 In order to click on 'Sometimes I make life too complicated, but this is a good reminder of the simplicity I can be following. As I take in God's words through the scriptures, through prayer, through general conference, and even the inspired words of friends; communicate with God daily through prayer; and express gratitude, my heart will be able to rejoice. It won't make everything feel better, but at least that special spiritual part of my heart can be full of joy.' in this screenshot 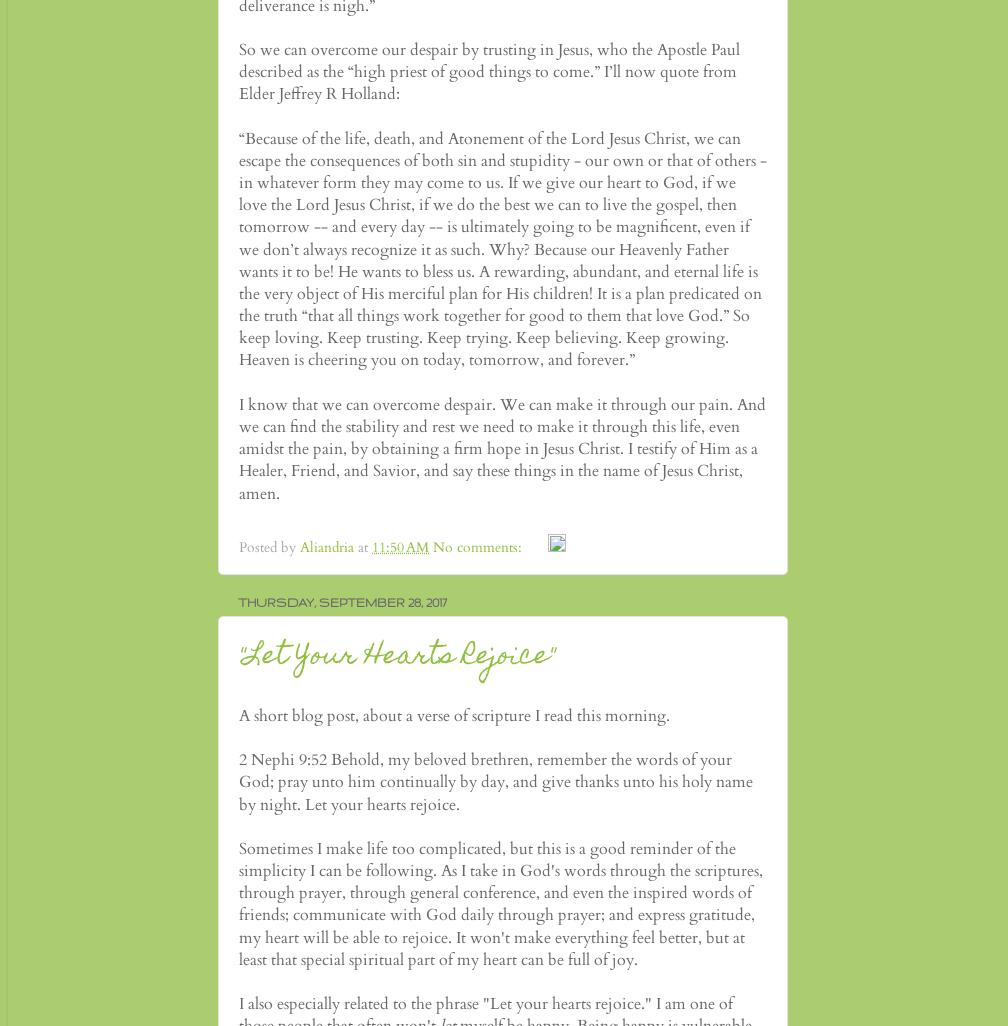, I will do `click(500, 902)`.